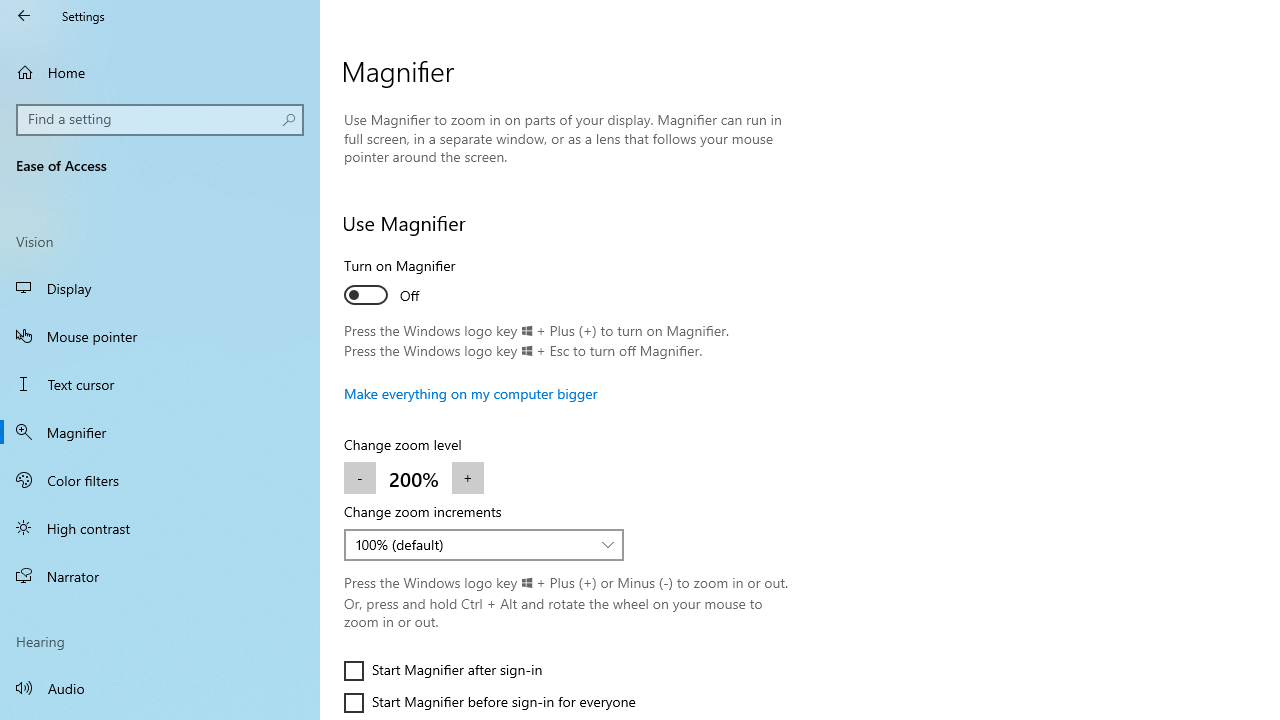 Image resolution: width=1280 pixels, height=720 pixels. What do you see at coordinates (160, 119) in the screenshot?
I see `'Search box, Find a setting'` at bounding box center [160, 119].